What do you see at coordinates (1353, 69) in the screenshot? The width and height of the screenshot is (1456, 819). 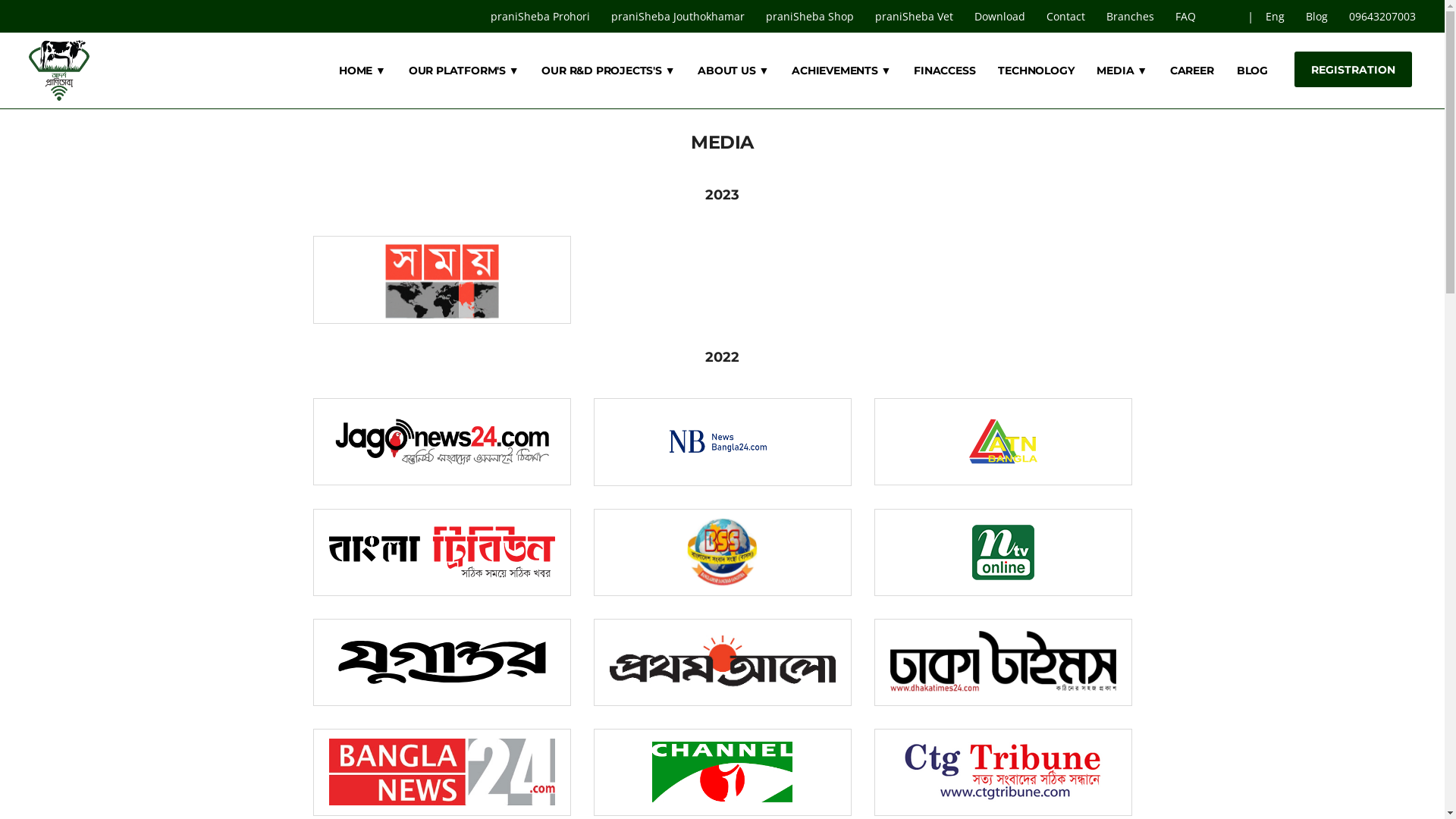 I see `'REGISTRATION'` at bounding box center [1353, 69].